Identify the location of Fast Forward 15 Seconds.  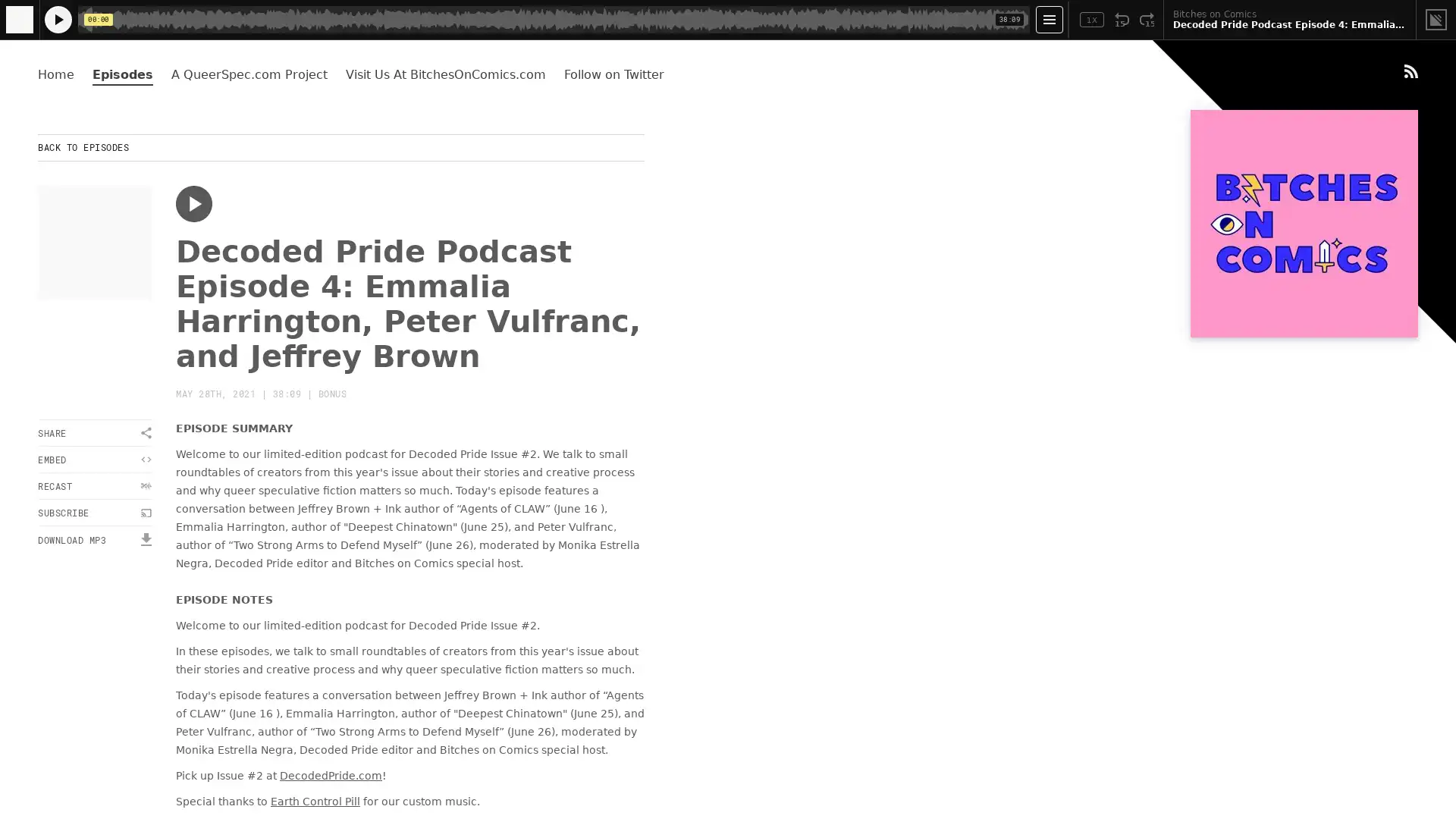
(1147, 20).